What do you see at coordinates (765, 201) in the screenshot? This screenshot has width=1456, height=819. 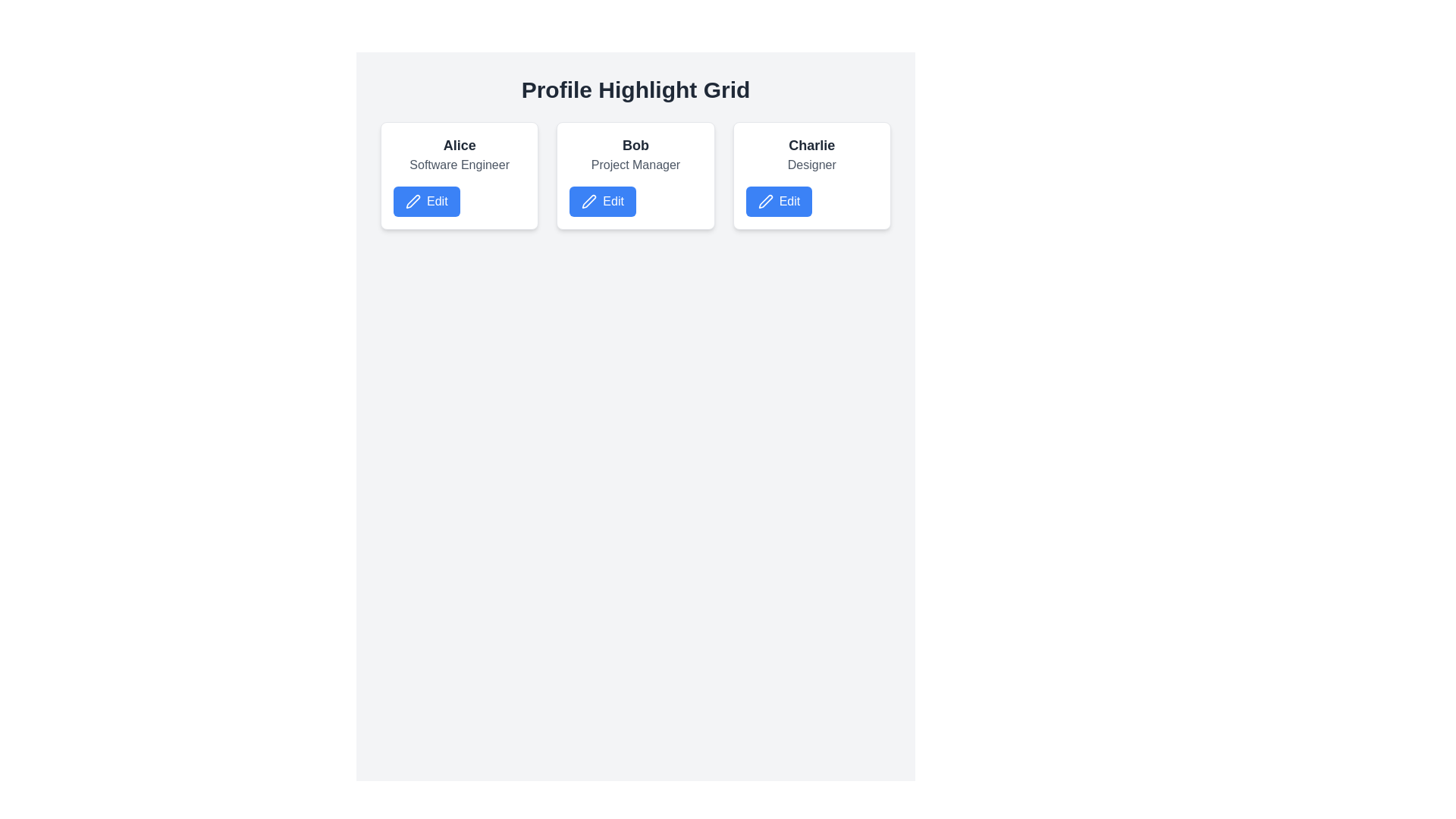 I see `the pen icon located within the 'Edit' button on Charlie's profile card` at bounding box center [765, 201].